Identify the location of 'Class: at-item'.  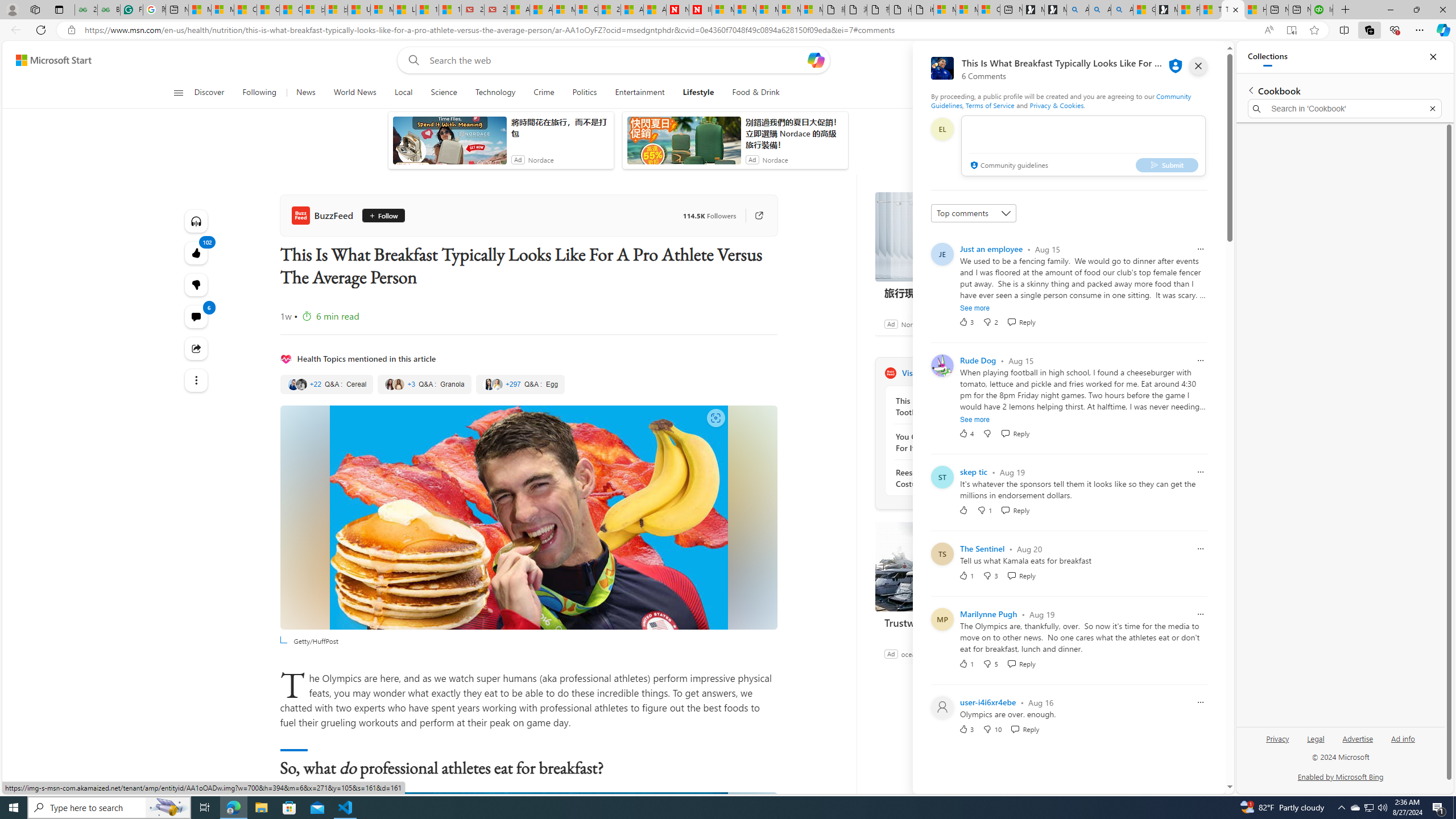
(196, 379).